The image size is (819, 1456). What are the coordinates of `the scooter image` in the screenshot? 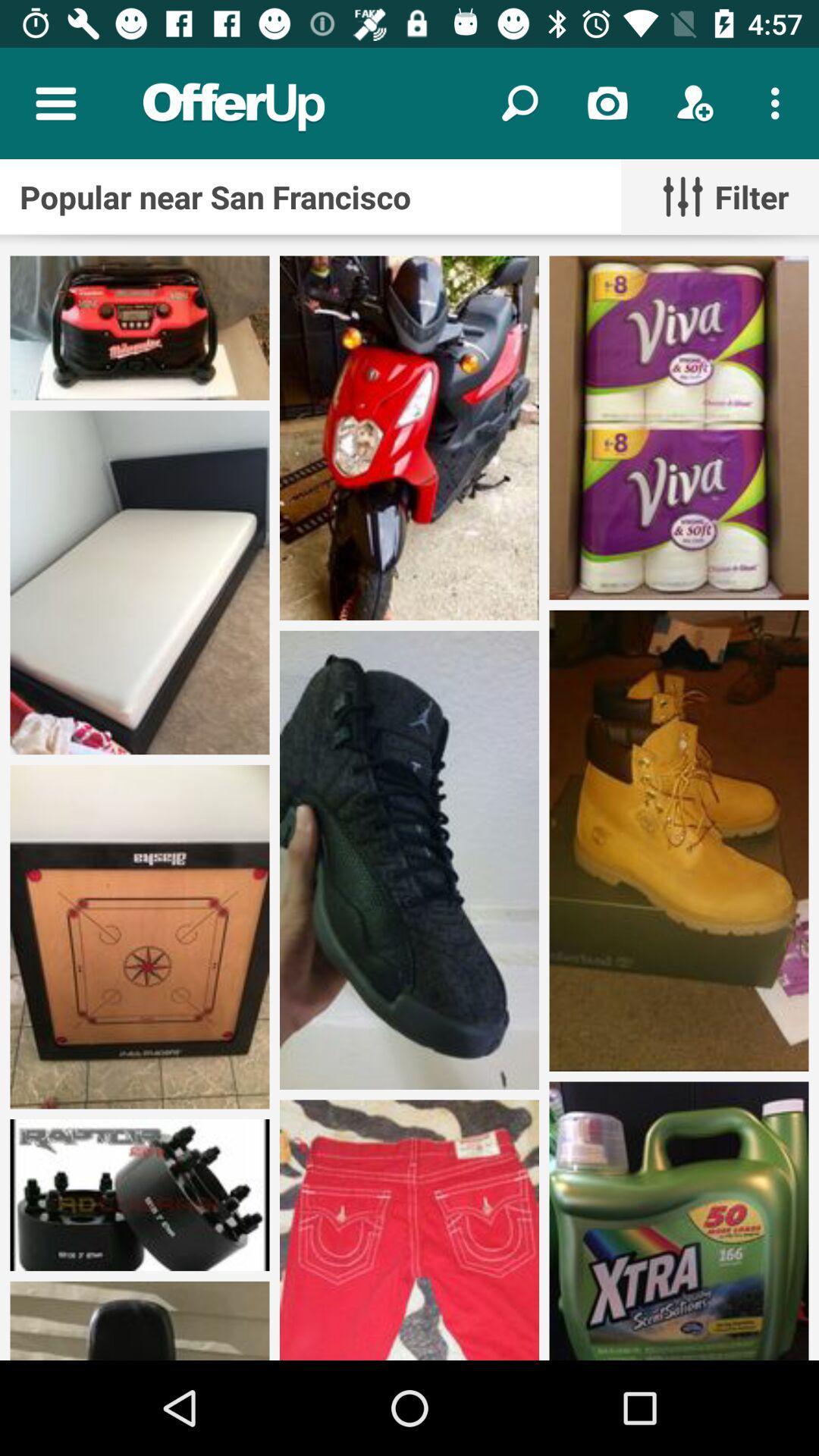 It's located at (409, 437).